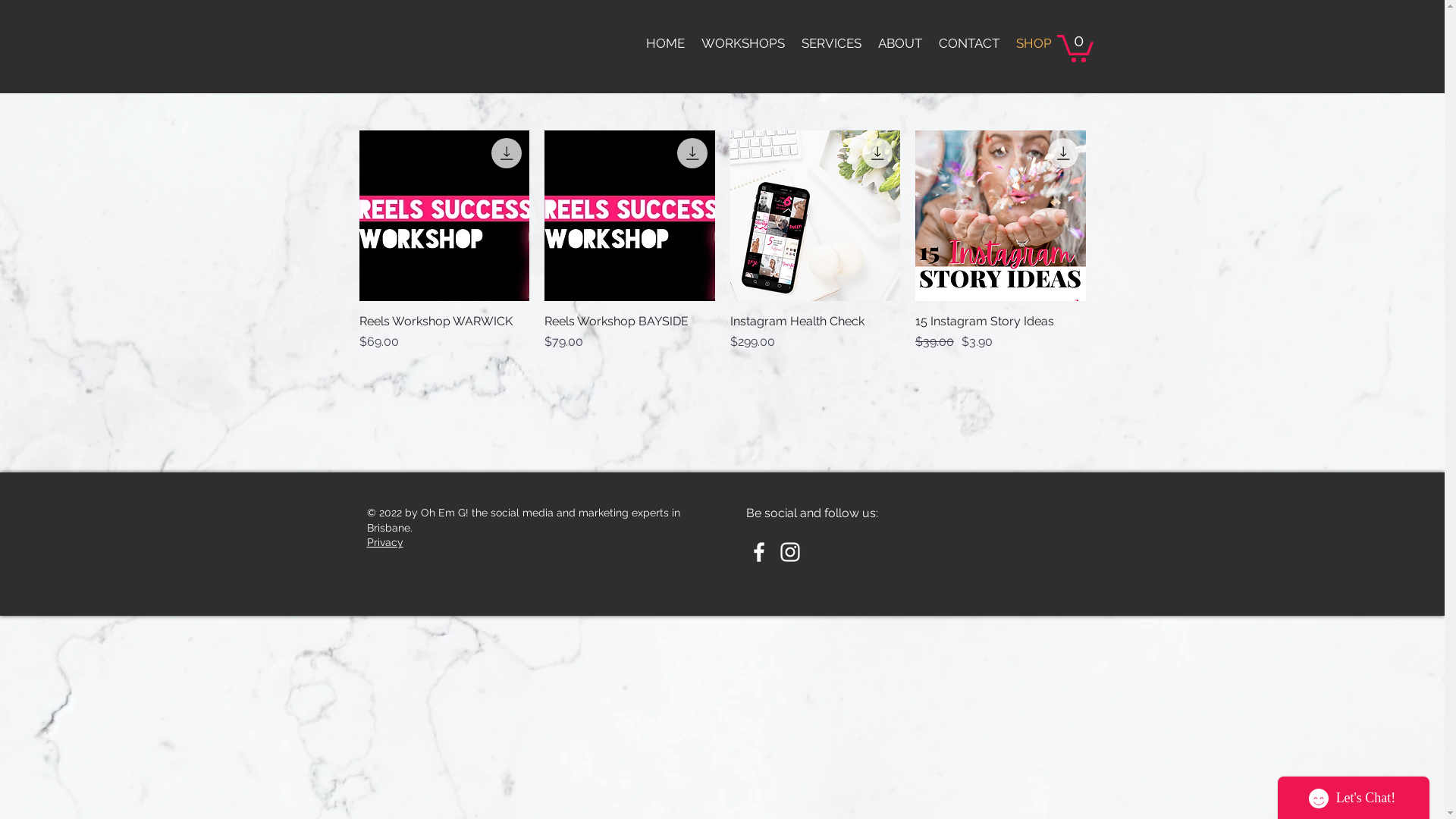 The height and width of the screenshot is (819, 1456). I want to click on 'Privacy', so click(385, 541).